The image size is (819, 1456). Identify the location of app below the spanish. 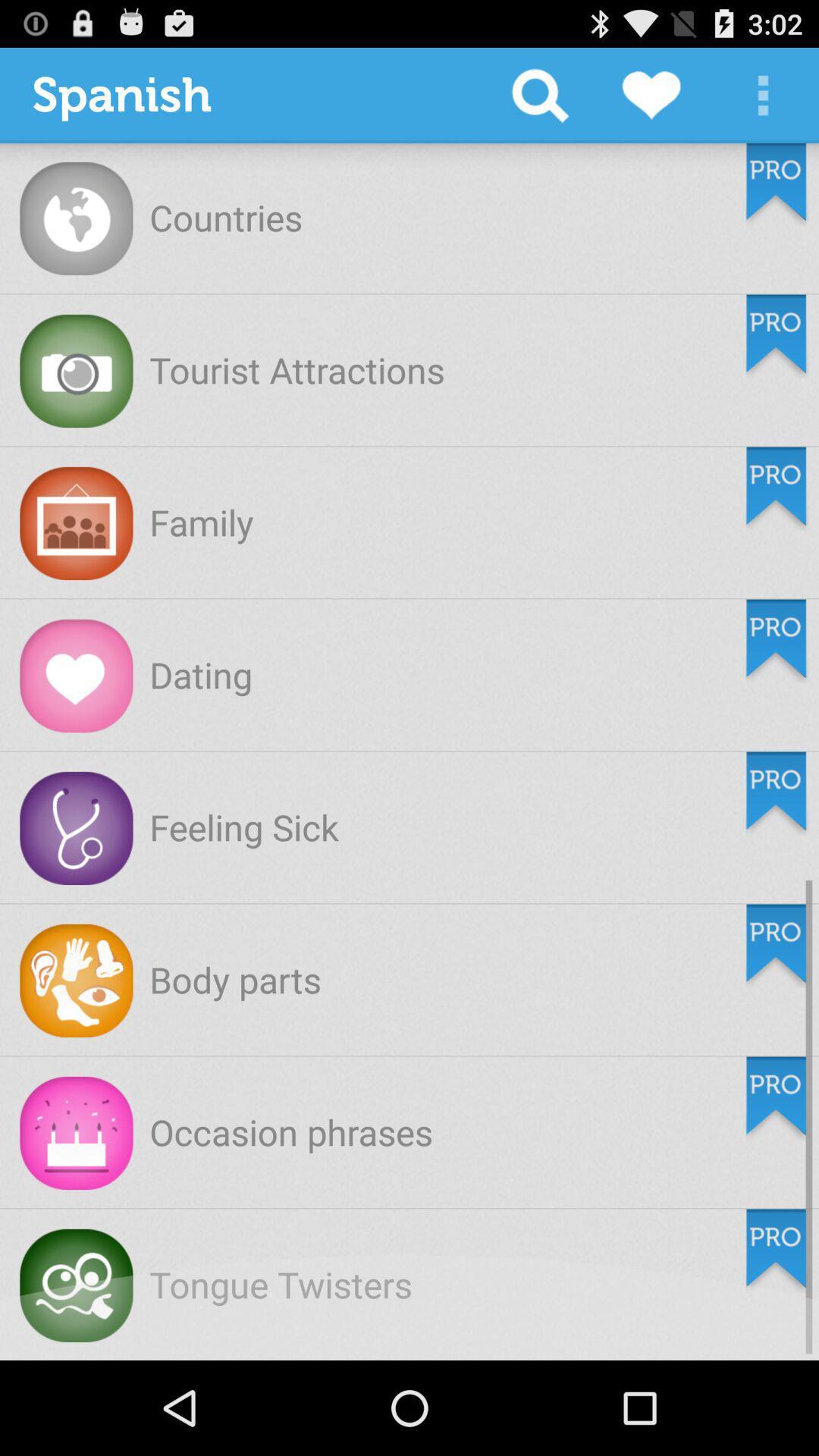
(226, 216).